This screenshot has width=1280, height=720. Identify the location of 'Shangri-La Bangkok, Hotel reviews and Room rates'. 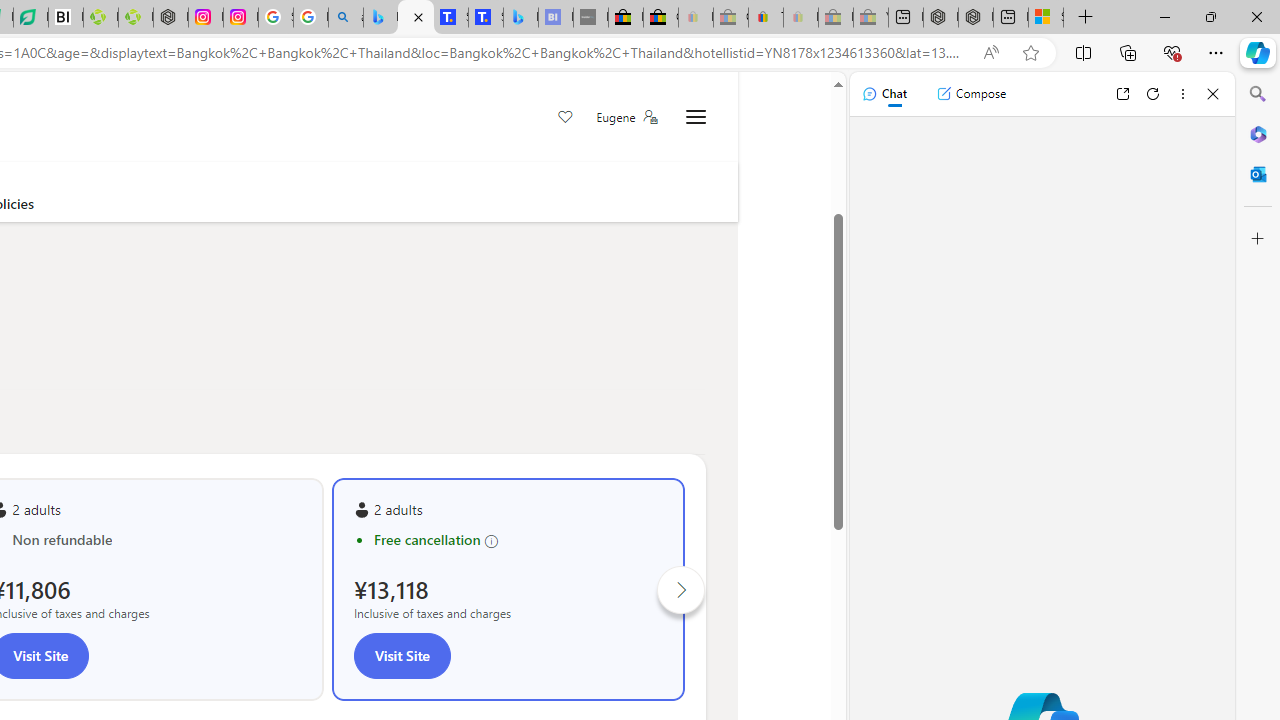
(485, 17).